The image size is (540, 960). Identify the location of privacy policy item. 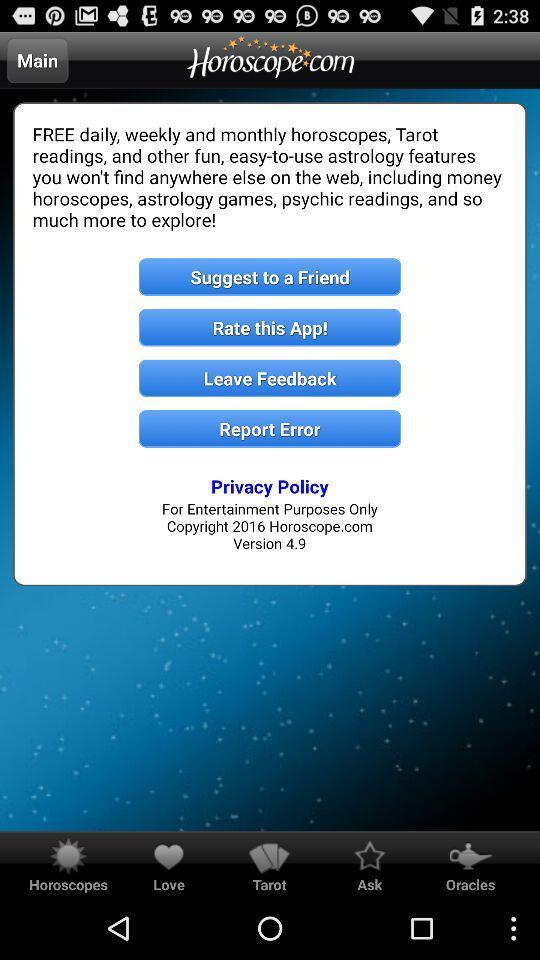
(270, 485).